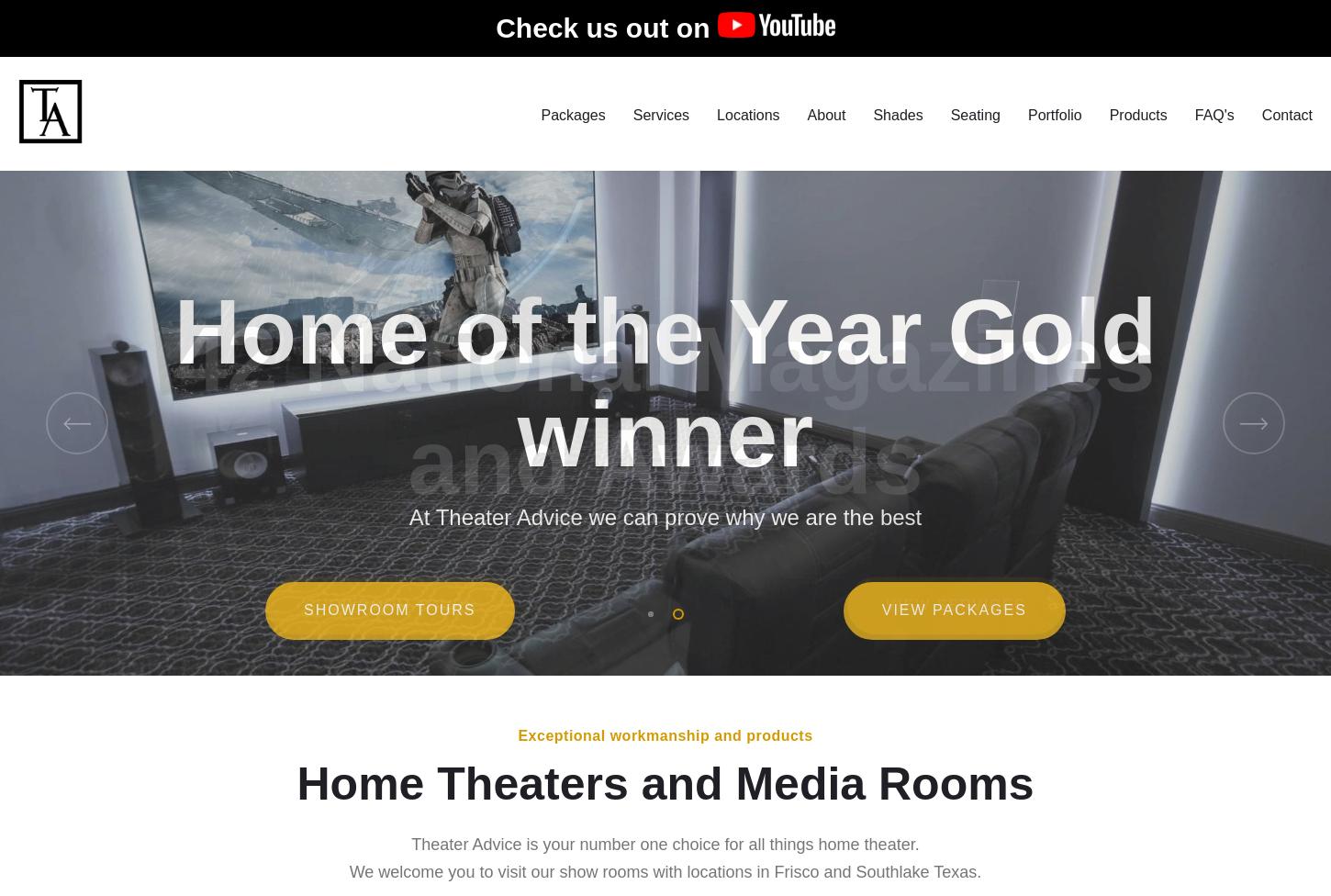 The width and height of the screenshot is (1331, 896). Describe the element at coordinates (833, 181) in the screenshot. I see `'Our Story'` at that location.